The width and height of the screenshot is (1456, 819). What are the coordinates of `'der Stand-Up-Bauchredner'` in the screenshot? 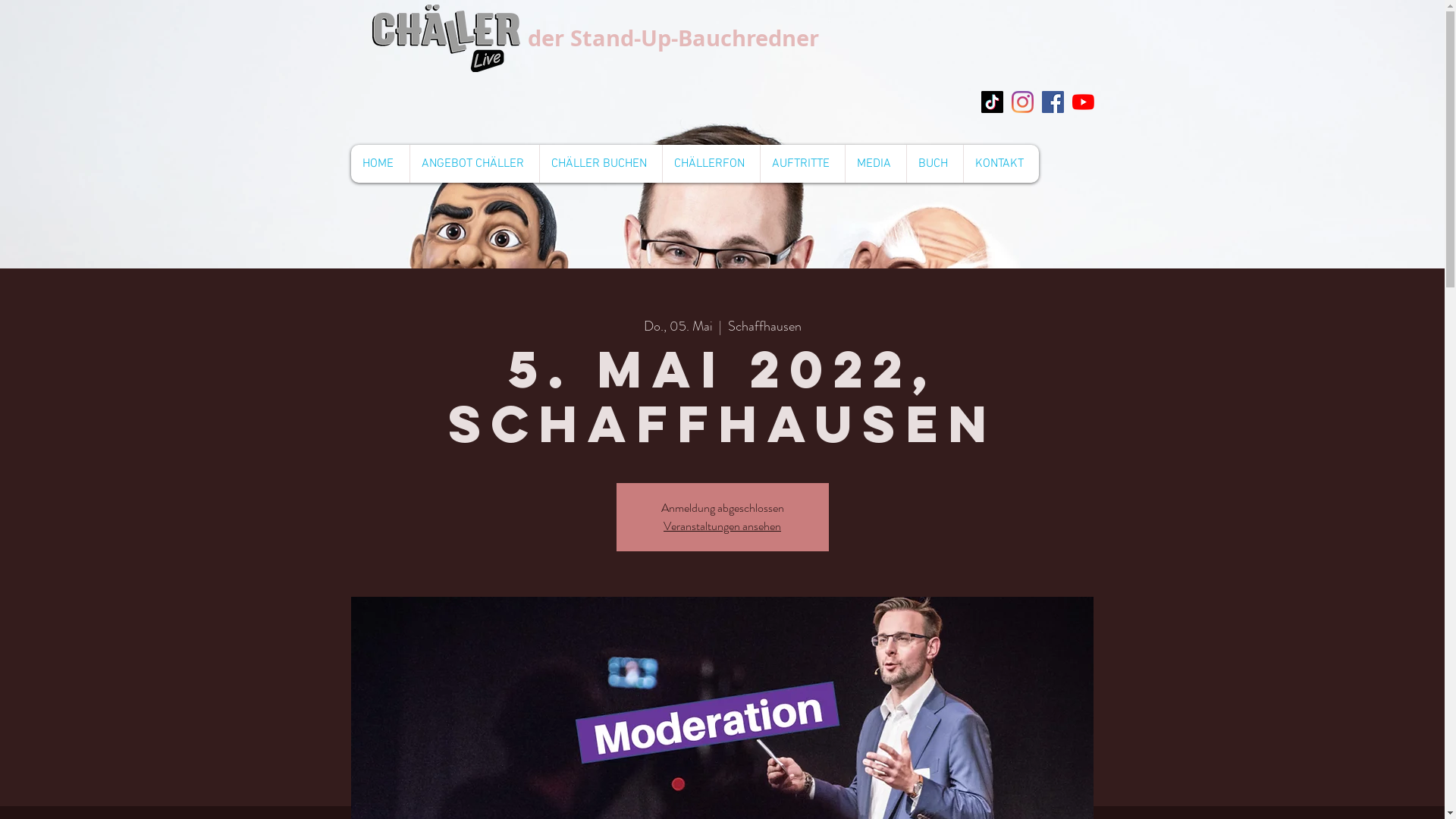 It's located at (673, 36).